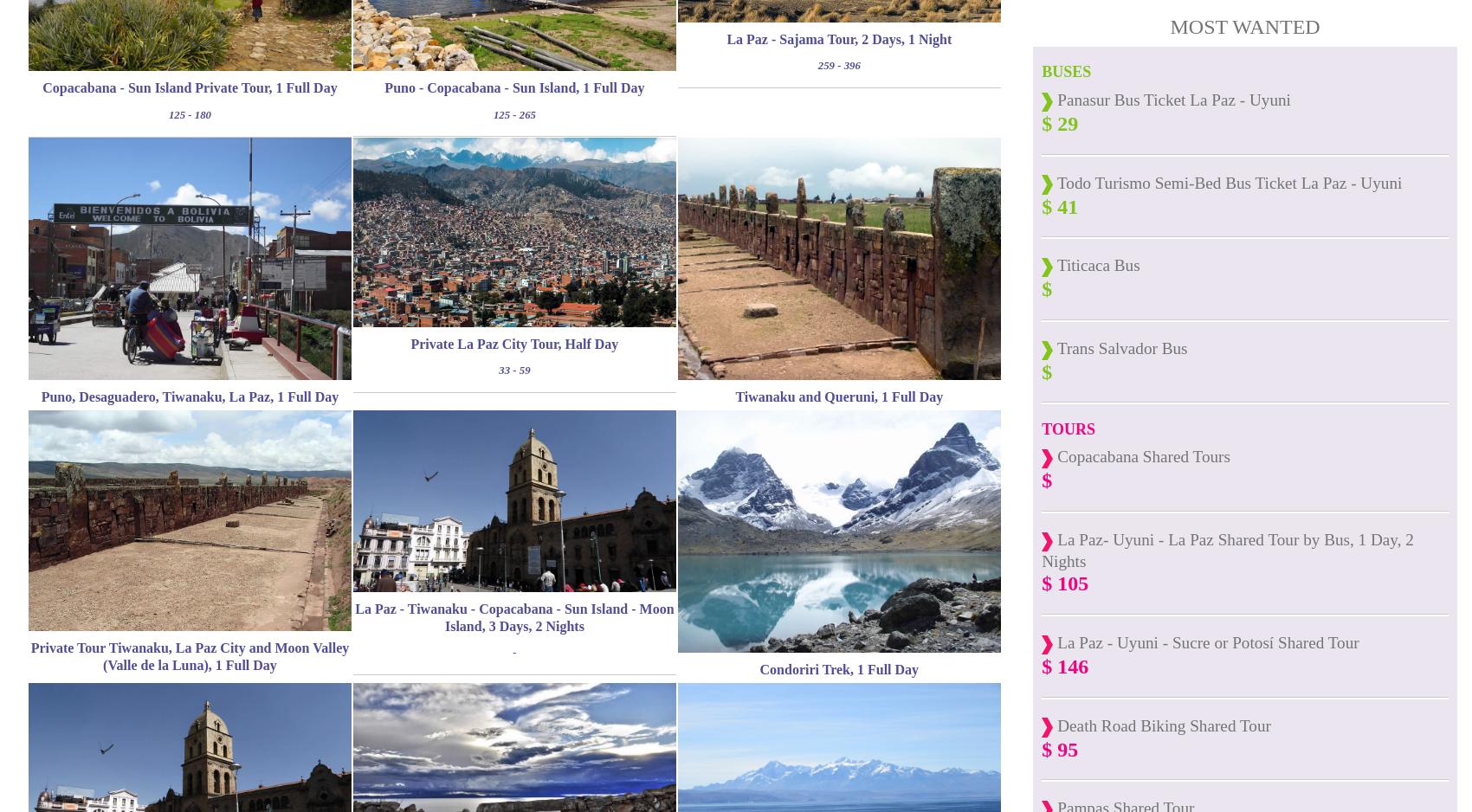  Describe the element at coordinates (1065, 72) in the screenshot. I see `'BUSES'` at that location.